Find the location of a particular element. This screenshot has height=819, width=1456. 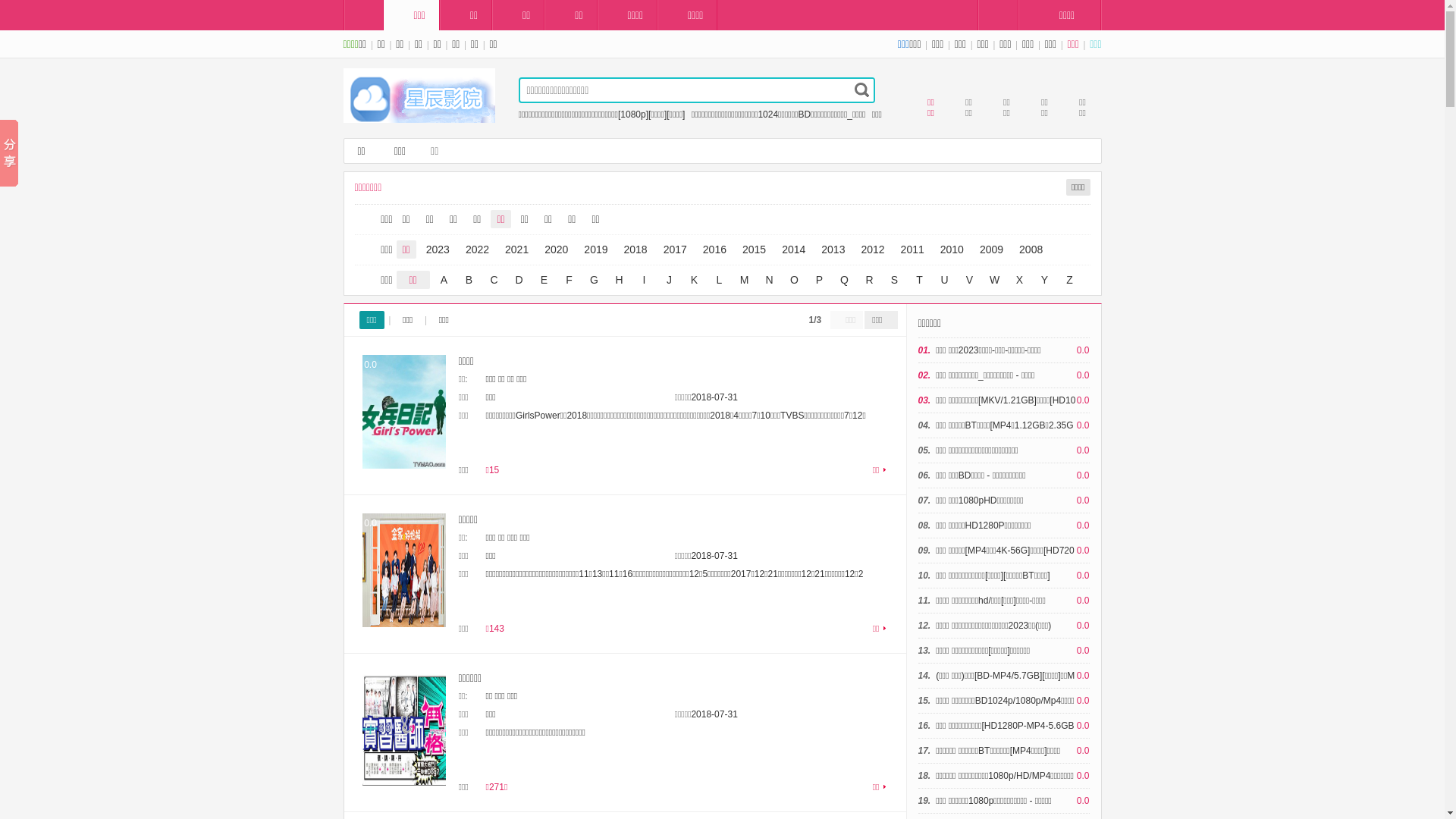

'2021' is located at coordinates (516, 248).